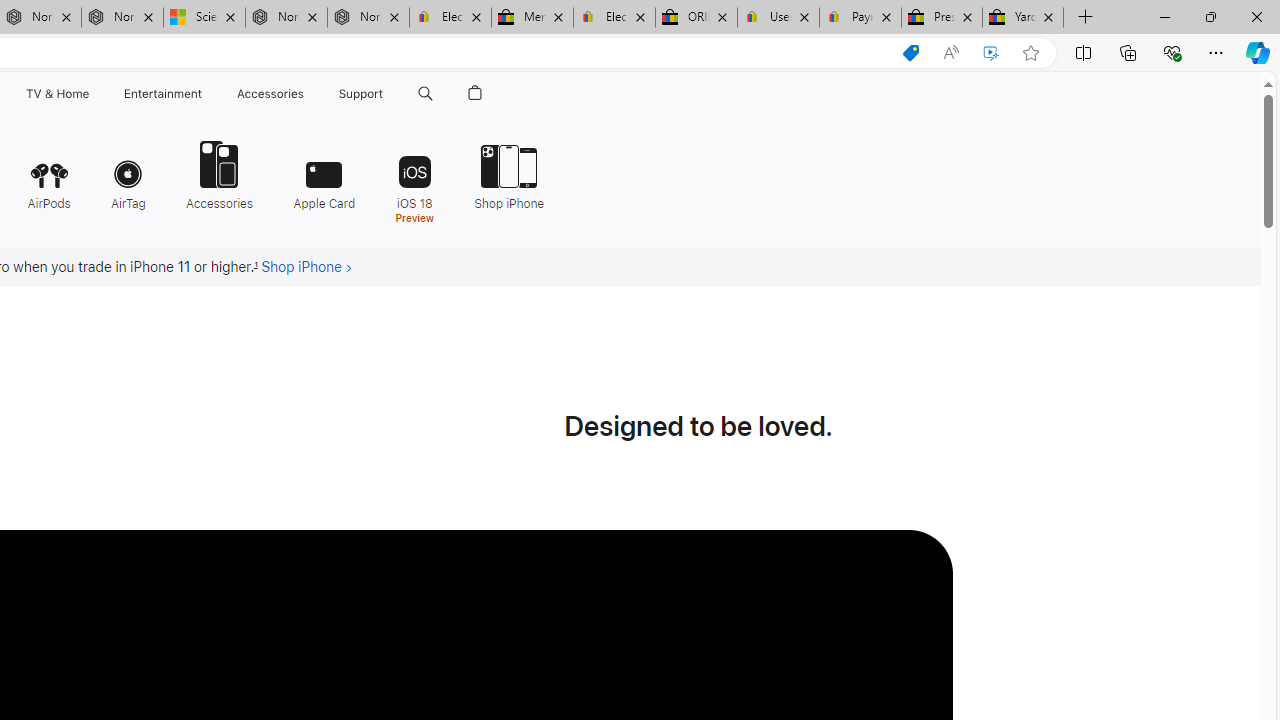  Describe the element at coordinates (509, 172) in the screenshot. I see `'Shop iPhone'` at that location.